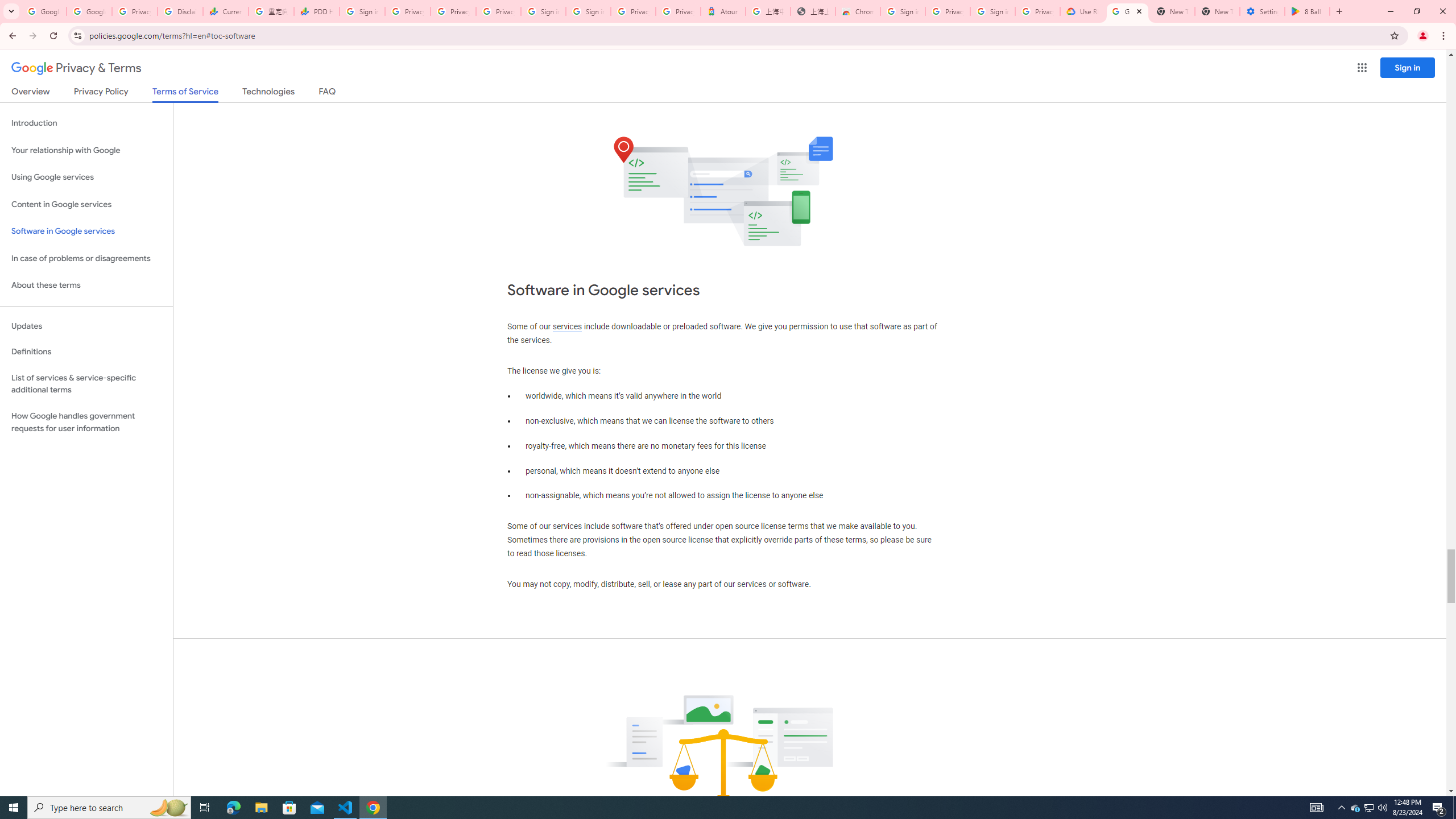 This screenshot has width=1456, height=819. Describe the element at coordinates (86, 176) in the screenshot. I see `'Using Google services'` at that location.